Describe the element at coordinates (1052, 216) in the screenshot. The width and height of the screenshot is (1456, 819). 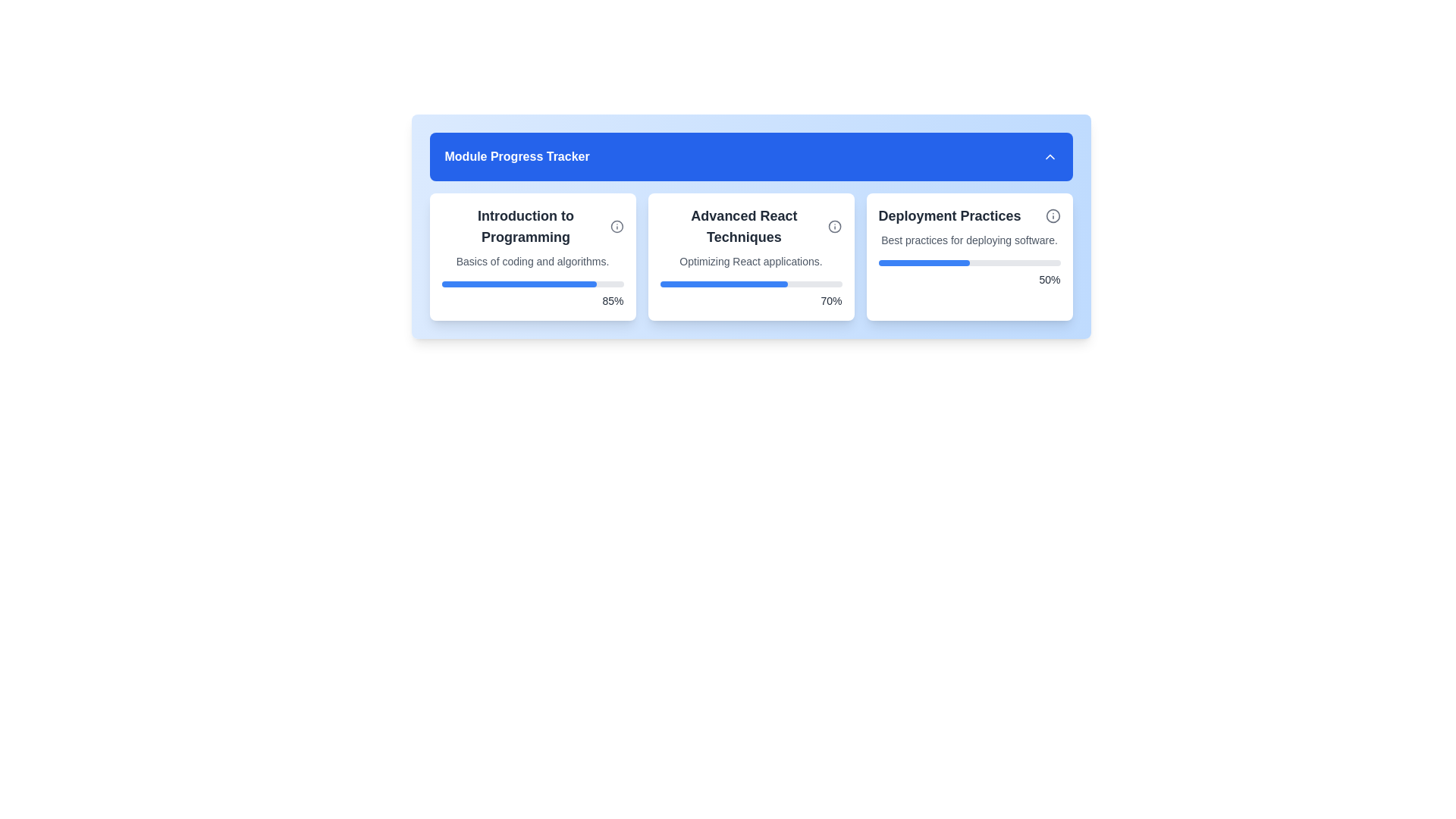
I see `the information icon circle located in the top-right corner of the 'Deployment Practices' card` at that location.